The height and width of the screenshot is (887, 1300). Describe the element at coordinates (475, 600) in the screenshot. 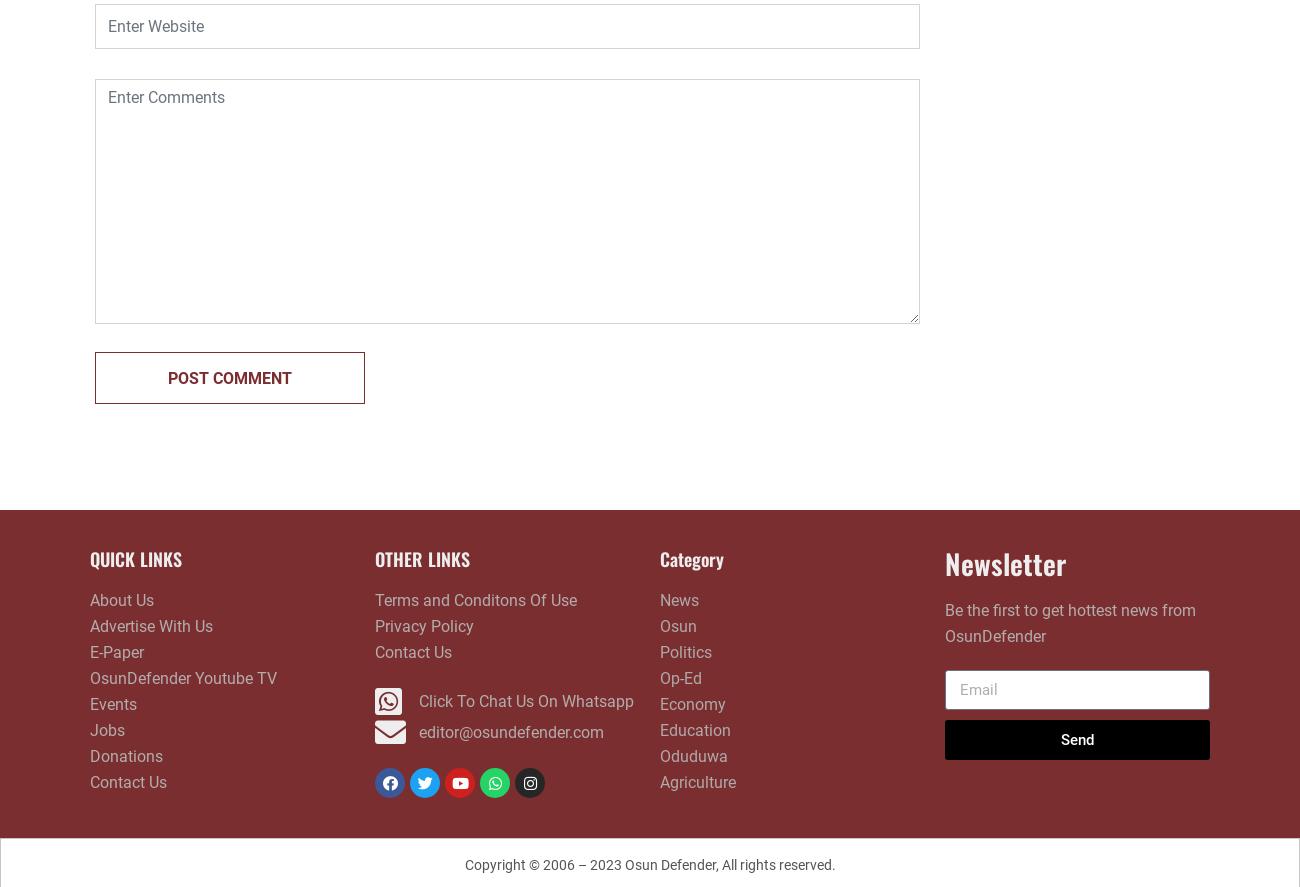

I see `'Terms and Conditons Of Use'` at that location.